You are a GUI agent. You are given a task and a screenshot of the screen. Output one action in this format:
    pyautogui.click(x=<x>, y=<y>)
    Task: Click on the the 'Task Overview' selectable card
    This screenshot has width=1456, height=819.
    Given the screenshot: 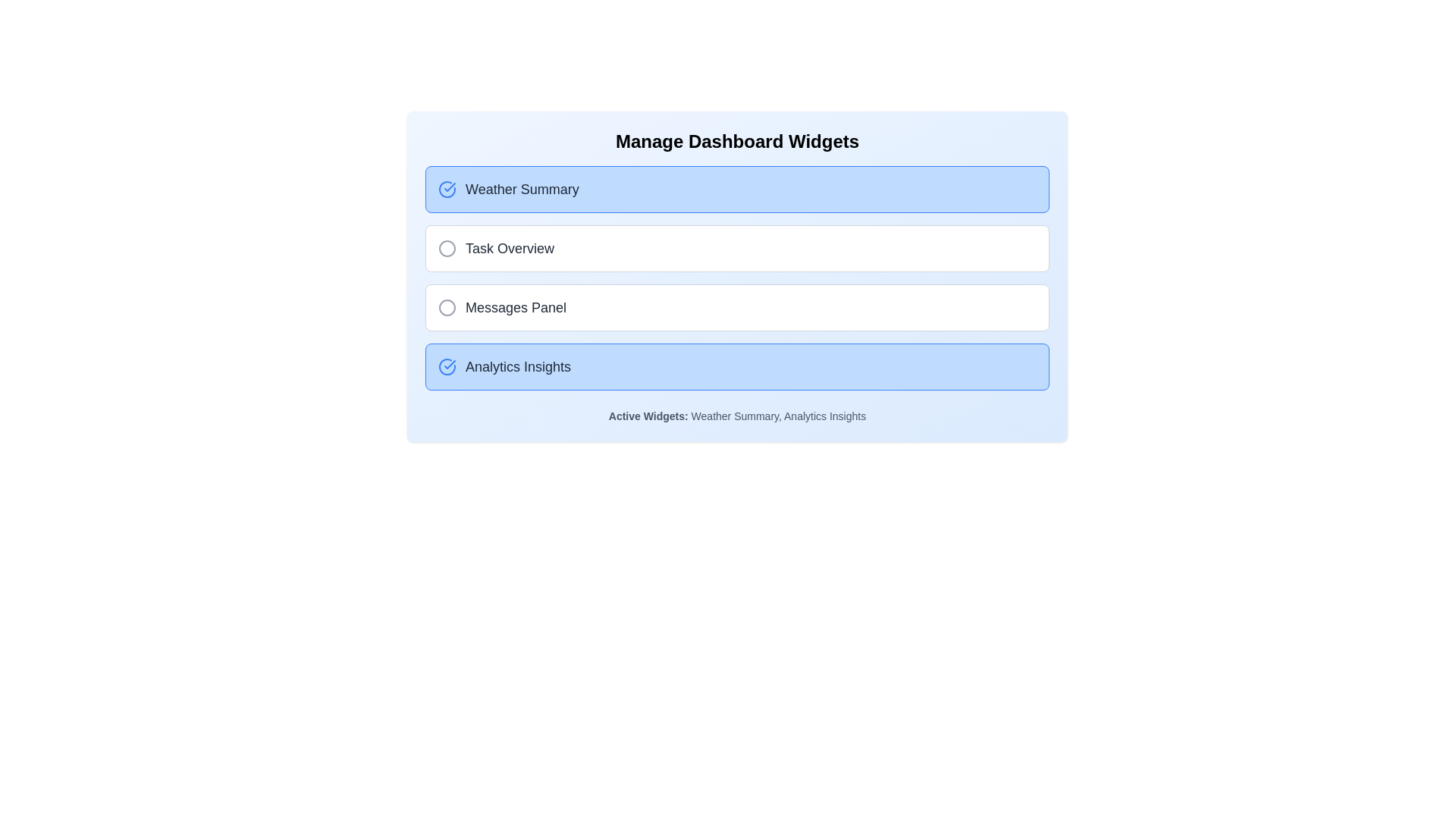 What is the action you would take?
    pyautogui.click(x=737, y=247)
    